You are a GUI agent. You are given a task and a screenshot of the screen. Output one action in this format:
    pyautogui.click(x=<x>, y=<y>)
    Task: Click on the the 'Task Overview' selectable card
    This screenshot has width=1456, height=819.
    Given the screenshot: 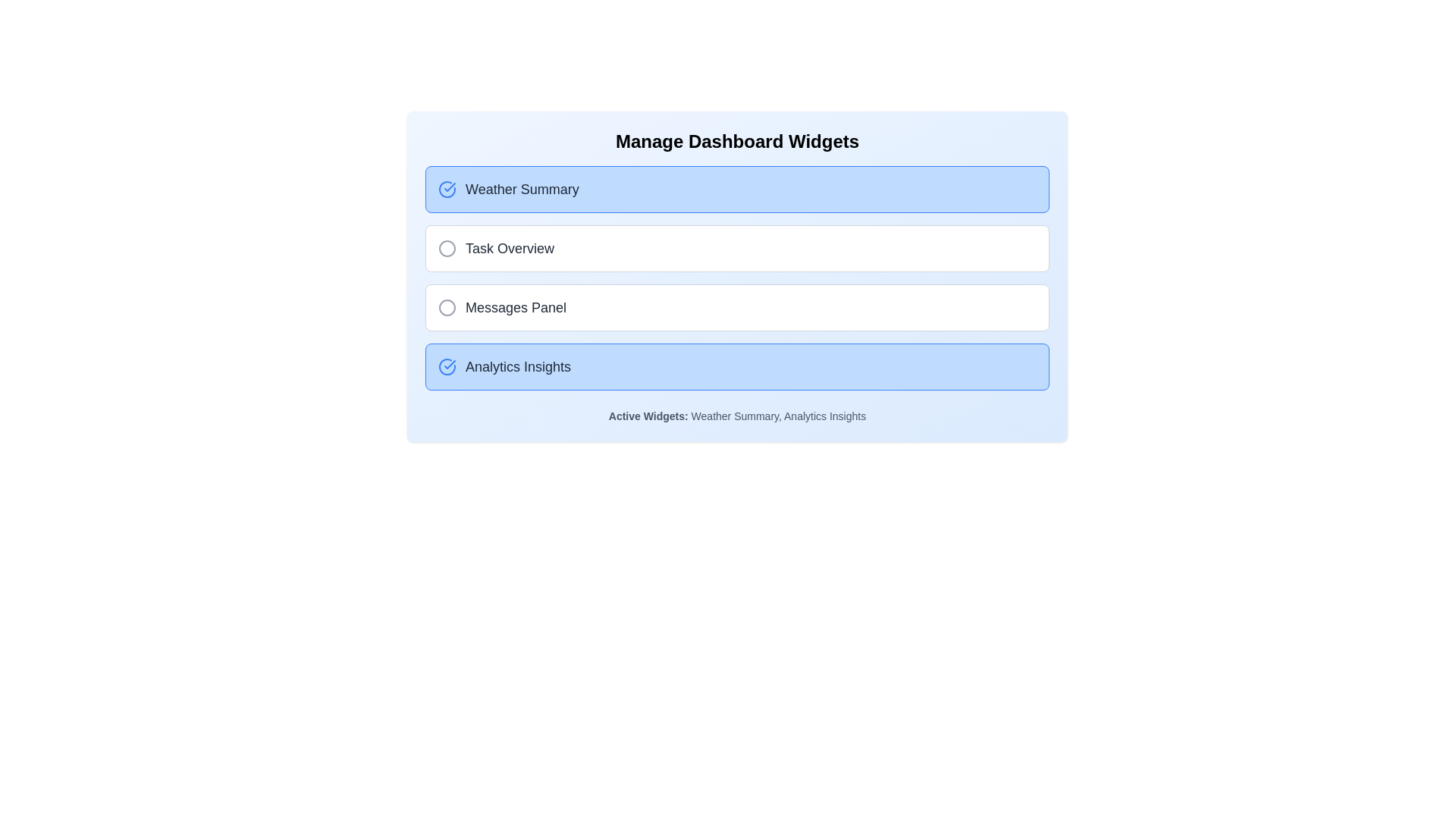 What is the action you would take?
    pyautogui.click(x=737, y=247)
    